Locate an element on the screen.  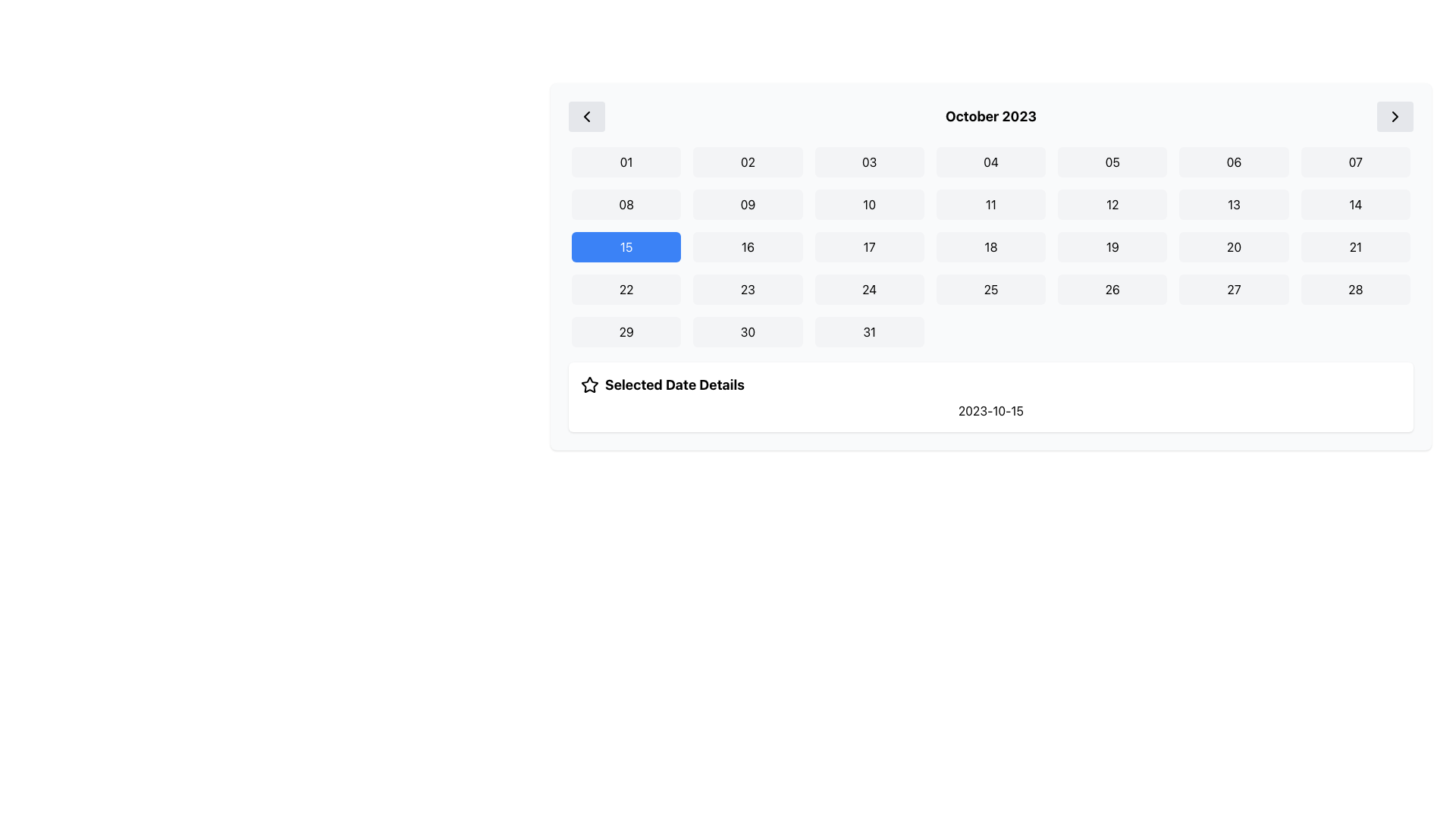
the right-facing chevron icon in the top right corner of the calendar interface is located at coordinates (1395, 116).